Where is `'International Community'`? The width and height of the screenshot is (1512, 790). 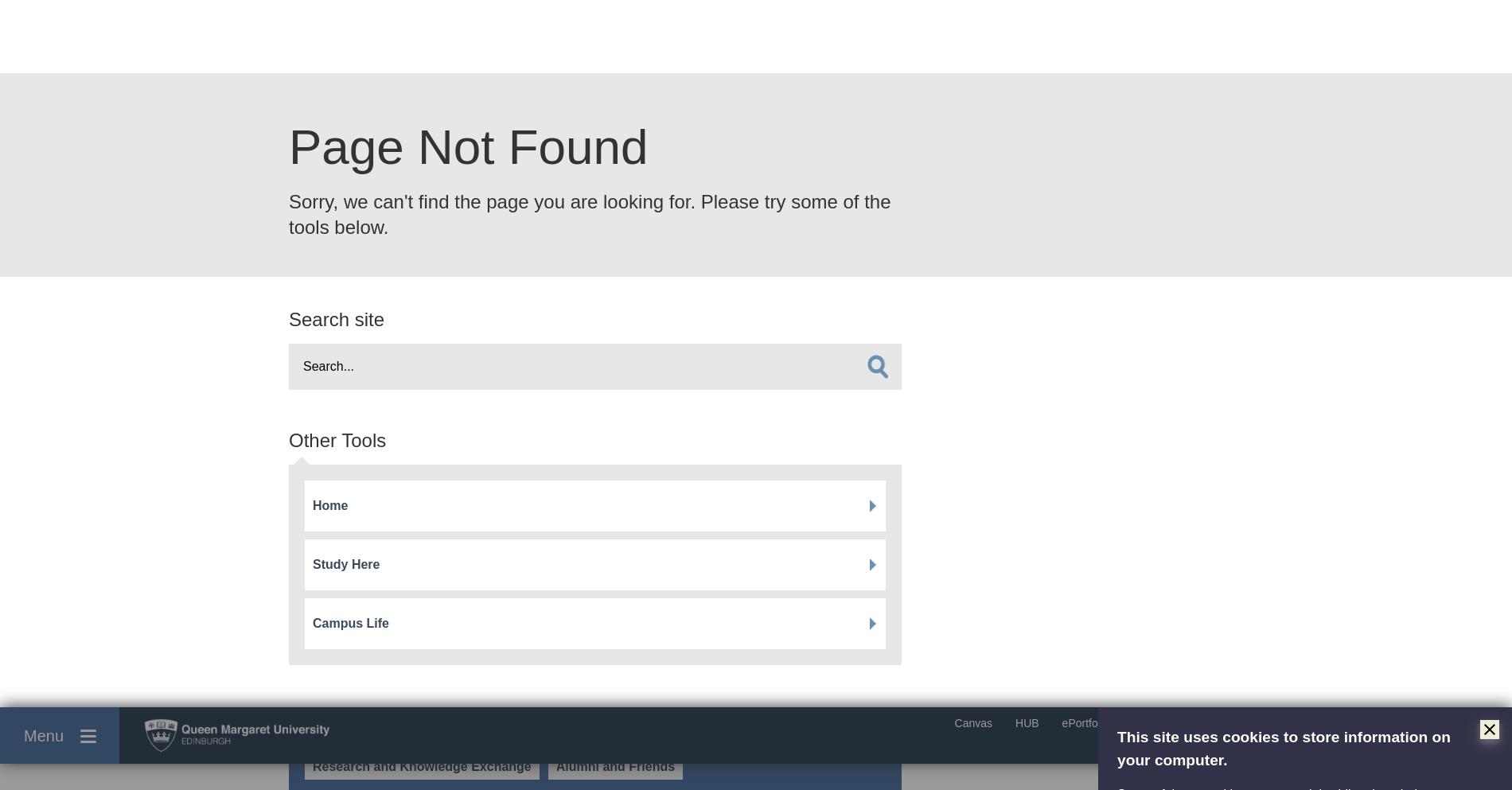 'International Community' is located at coordinates (371, 257).